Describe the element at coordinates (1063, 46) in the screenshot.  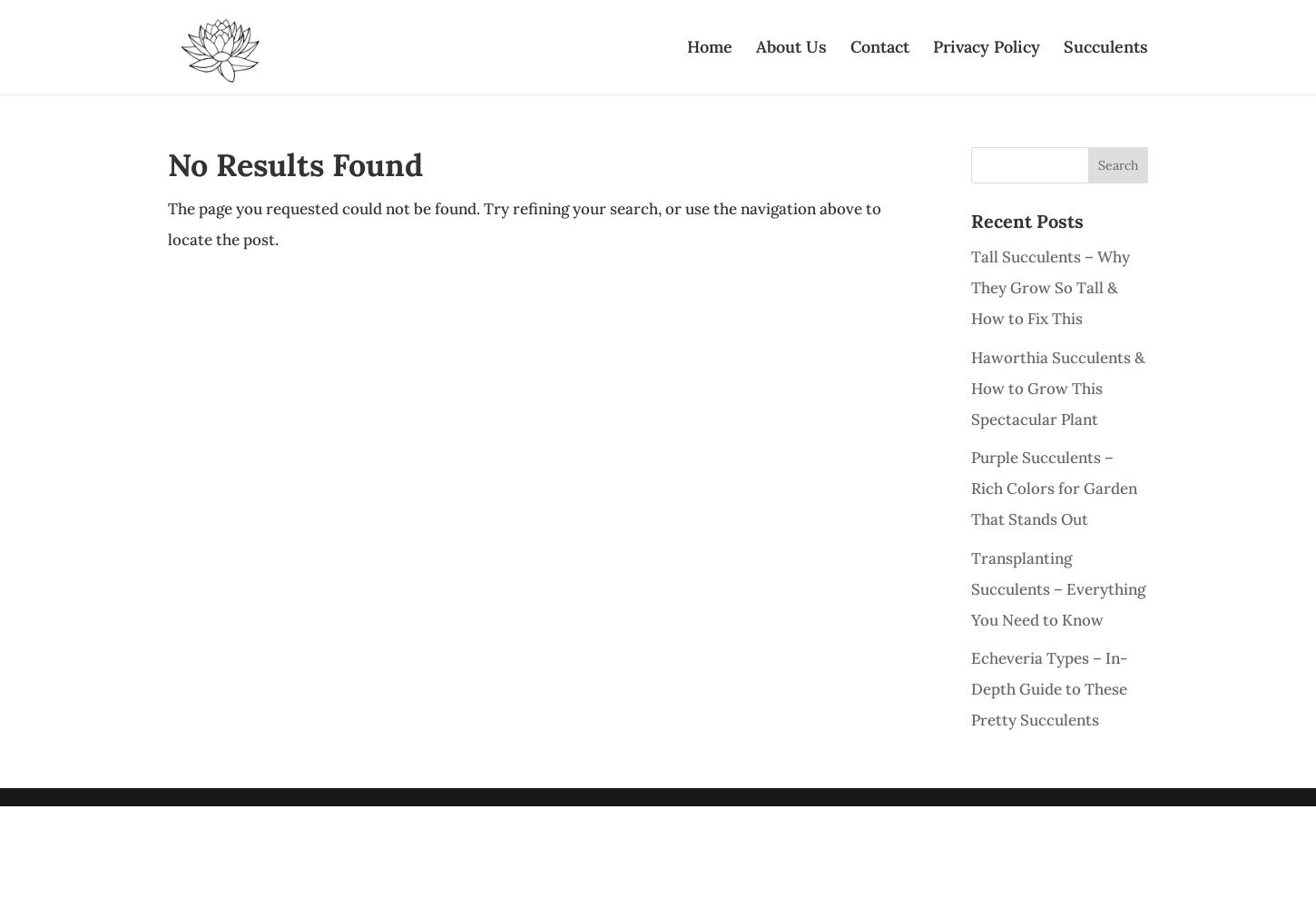
I see `'Succulents'` at that location.